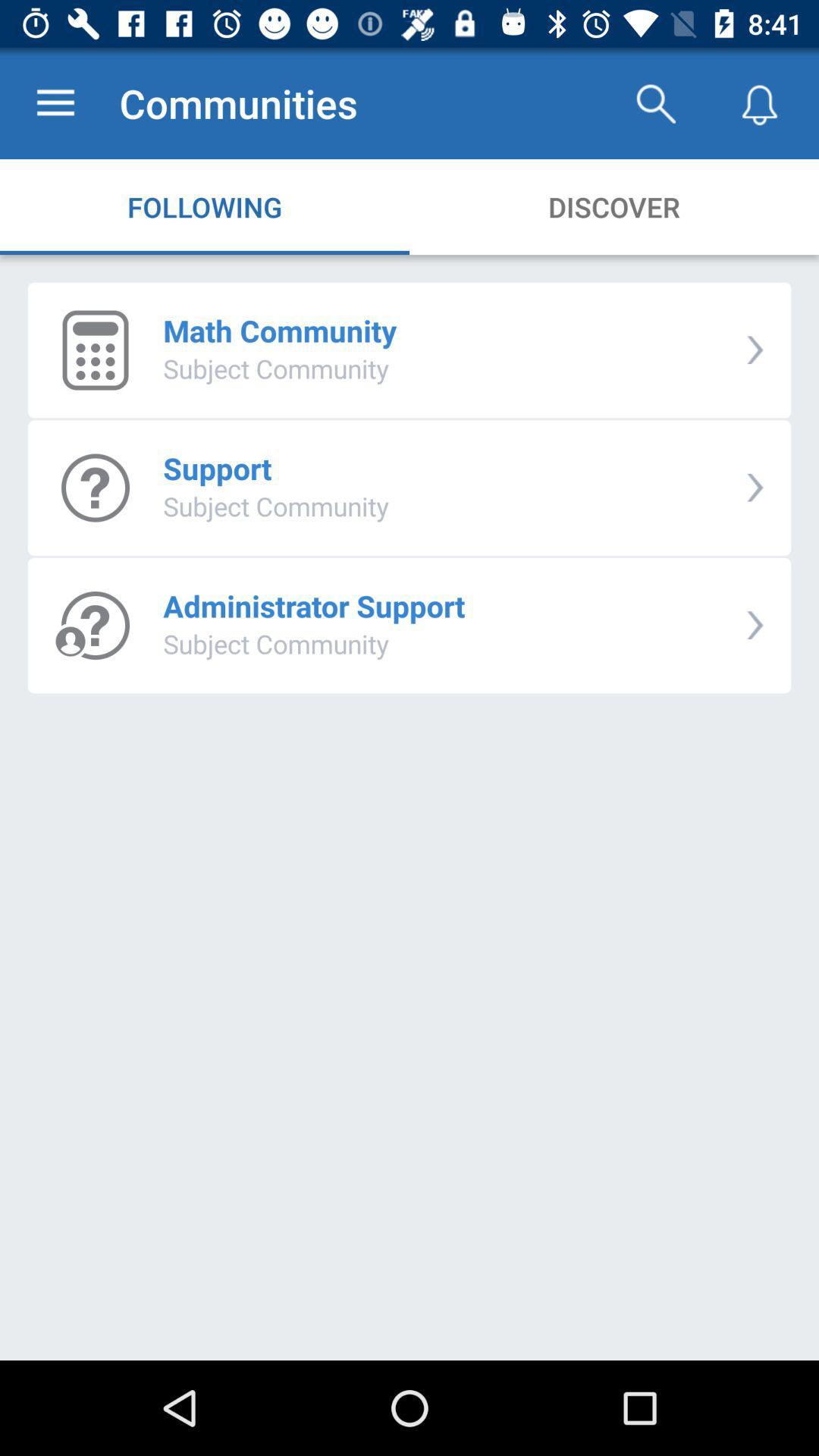 This screenshot has width=819, height=1456. Describe the element at coordinates (55, 102) in the screenshot. I see `the icon to the left of the communities` at that location.